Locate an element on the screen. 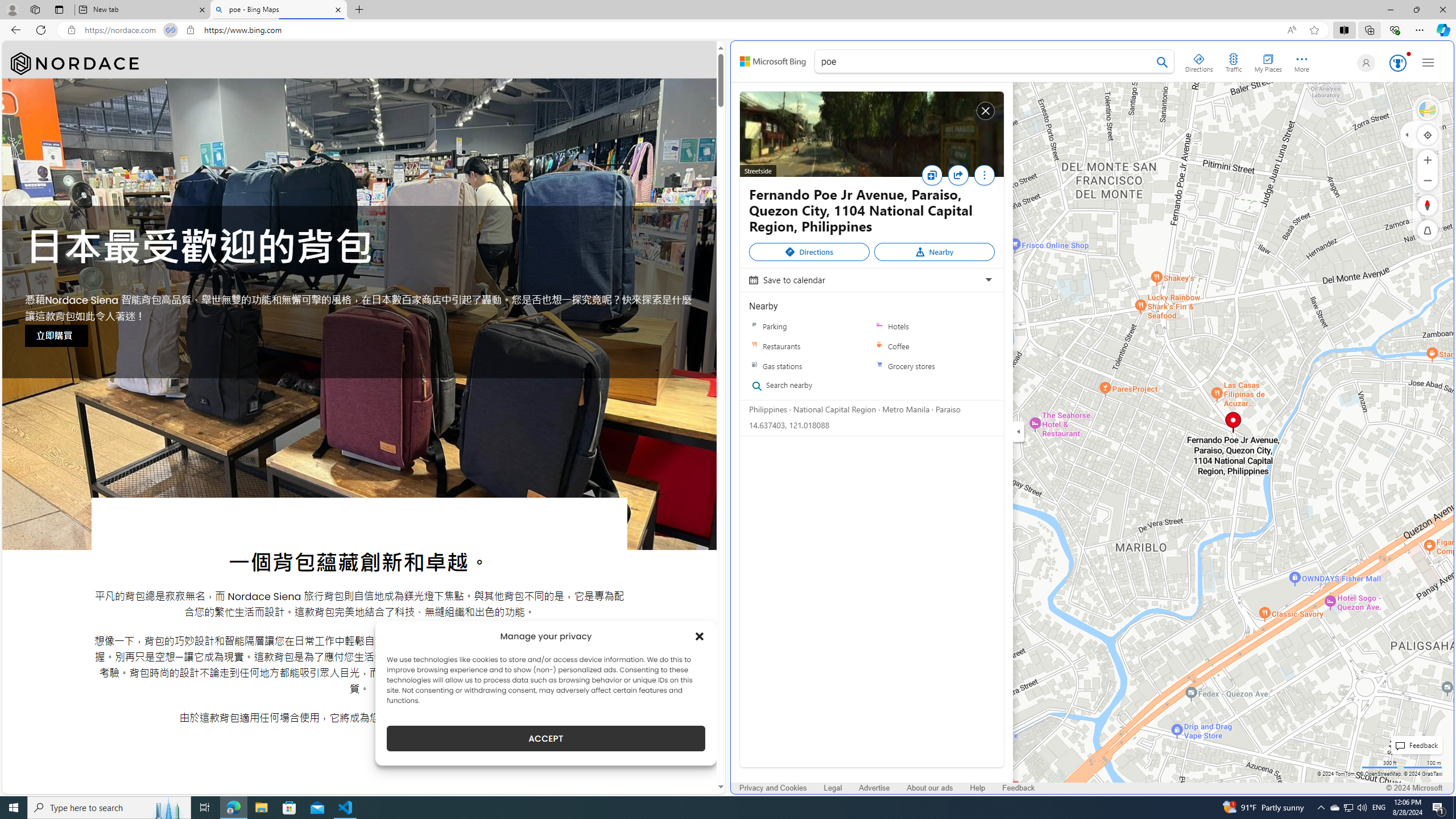  'Philippines' is located at coordinates (767, 409).